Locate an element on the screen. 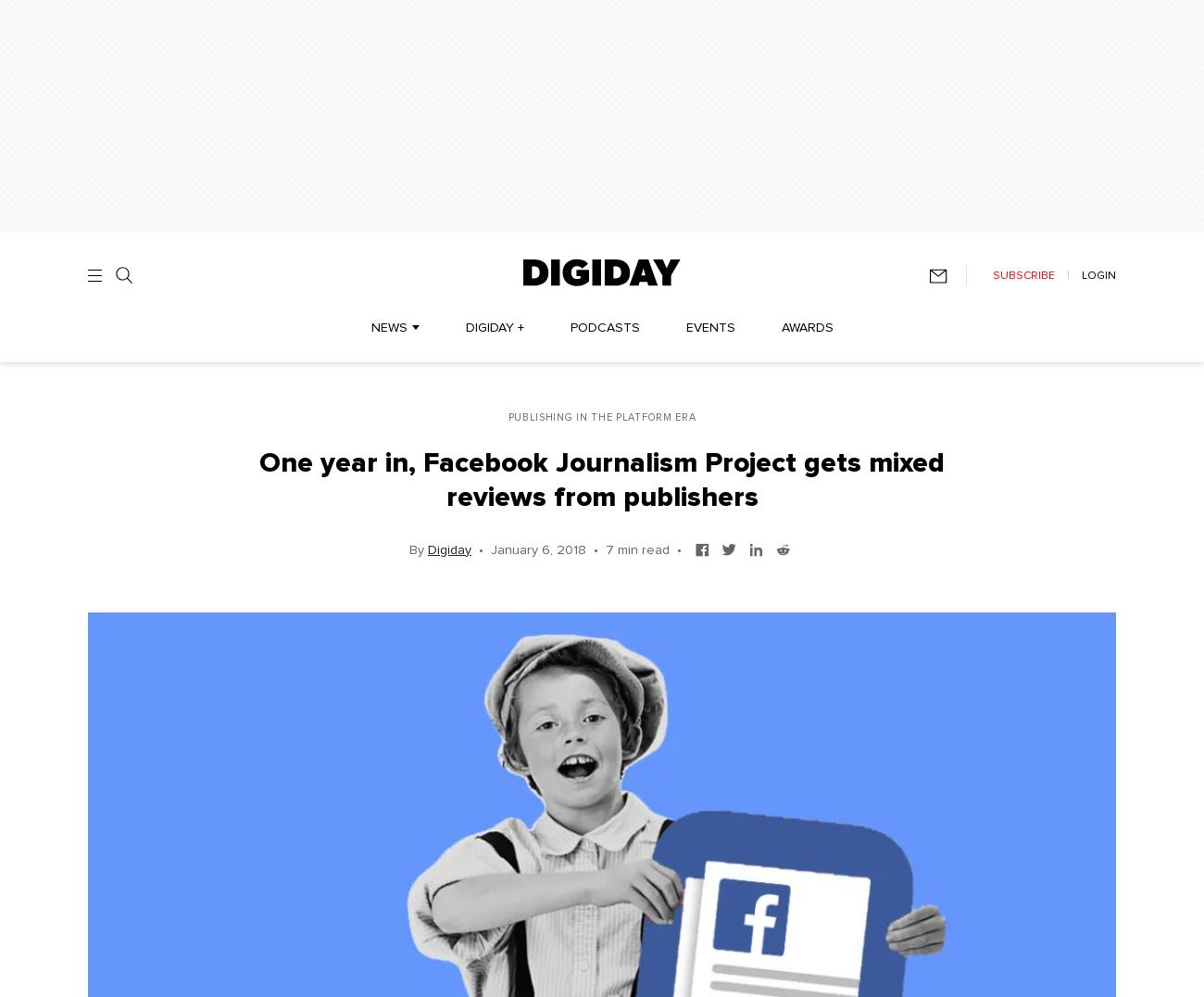 This screenshot has height=997, width=1204. 'Digiday +' is located at coordinates (494, 328).